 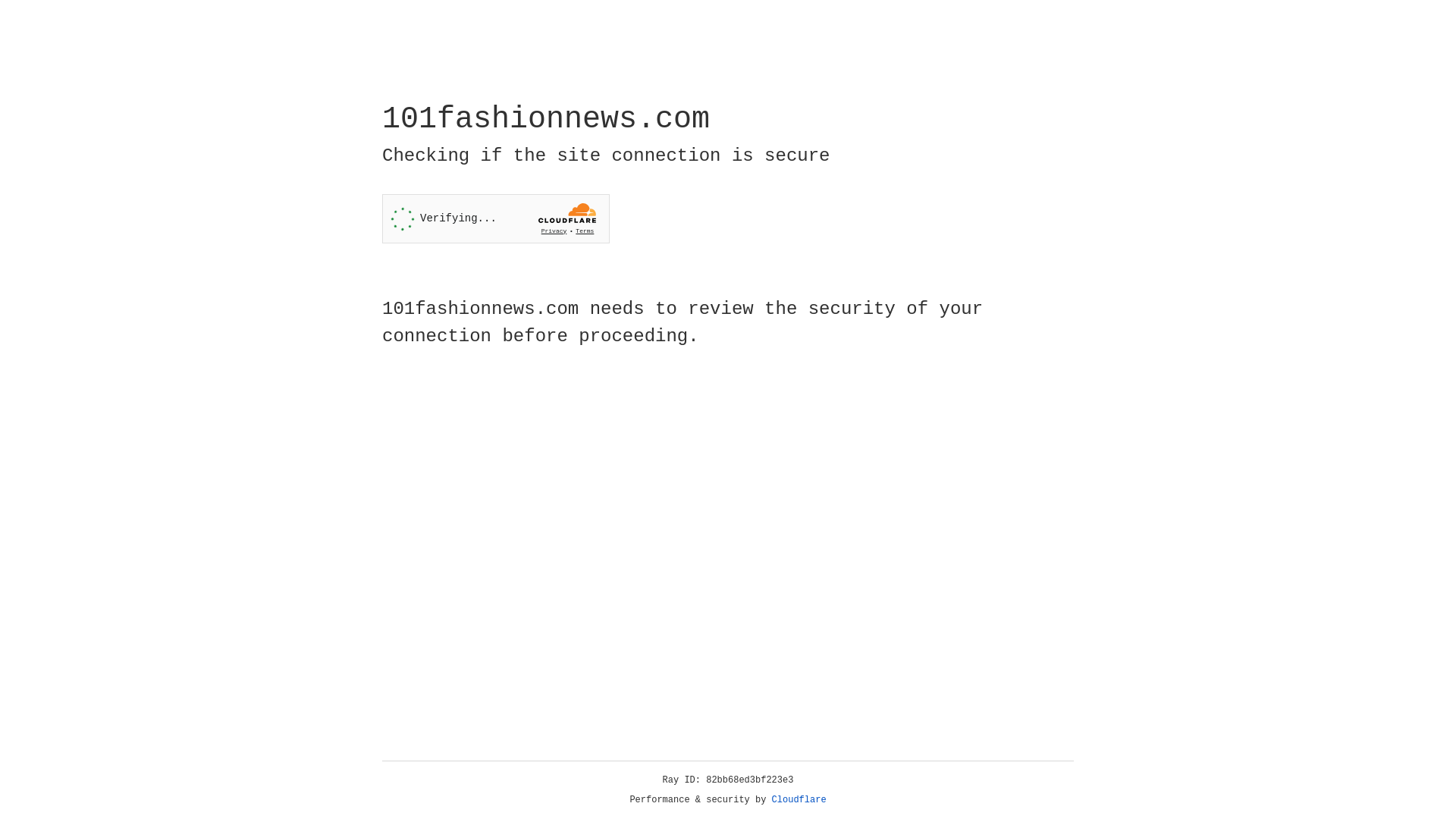 What do you see at coordinates (495, 218) in the screenshot?
I see `'Widget containing a Cloudflare security challenge'` at bounding box center [495, 218].